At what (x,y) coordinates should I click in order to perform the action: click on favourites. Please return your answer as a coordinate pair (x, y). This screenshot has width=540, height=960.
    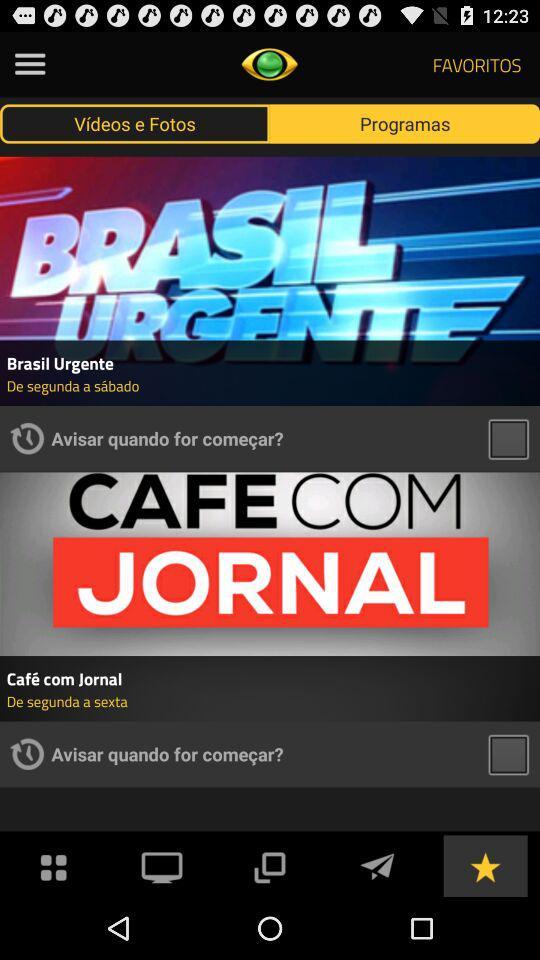
    Looking at the image, I should click on (484, 864).